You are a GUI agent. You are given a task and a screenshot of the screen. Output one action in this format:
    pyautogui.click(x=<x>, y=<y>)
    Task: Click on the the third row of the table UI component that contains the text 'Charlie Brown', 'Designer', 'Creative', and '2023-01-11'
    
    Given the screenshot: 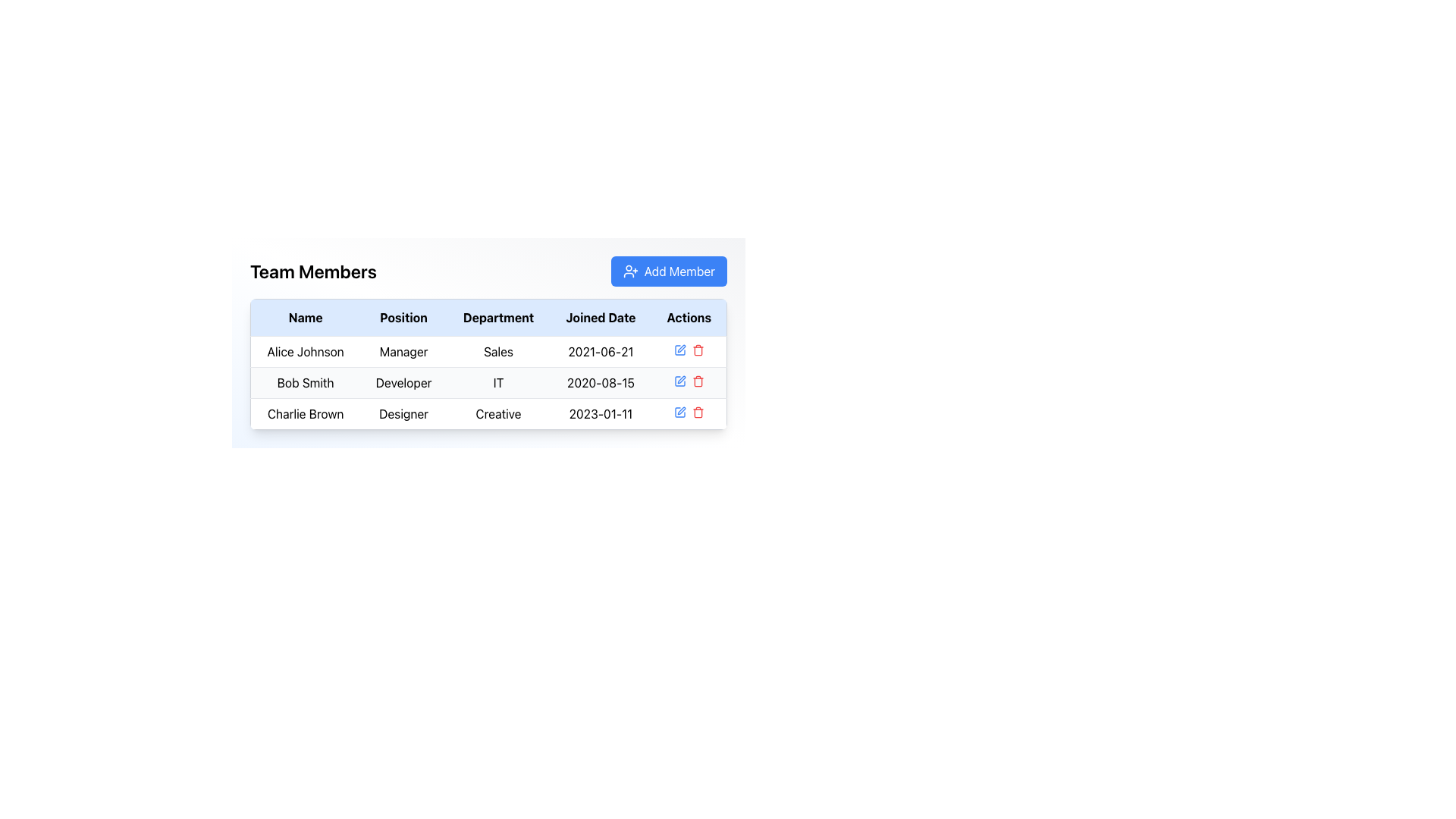 What is the action you would take?
    pyautogui.click(x=488, y=414)
    